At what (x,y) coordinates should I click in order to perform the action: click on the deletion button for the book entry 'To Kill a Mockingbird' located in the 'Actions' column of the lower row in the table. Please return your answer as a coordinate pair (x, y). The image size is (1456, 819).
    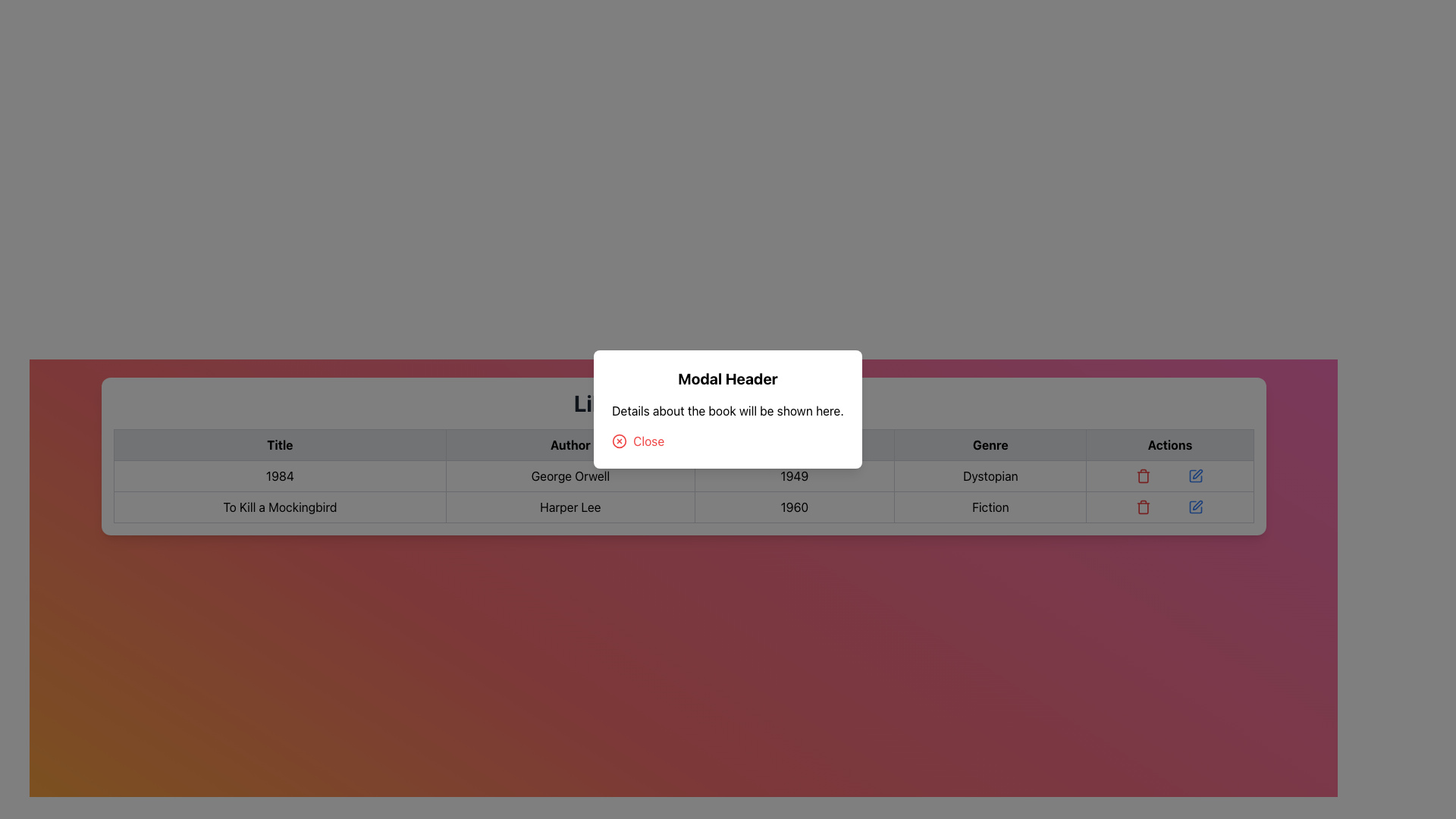
    Looking at the image, I should click on (1143, 507).